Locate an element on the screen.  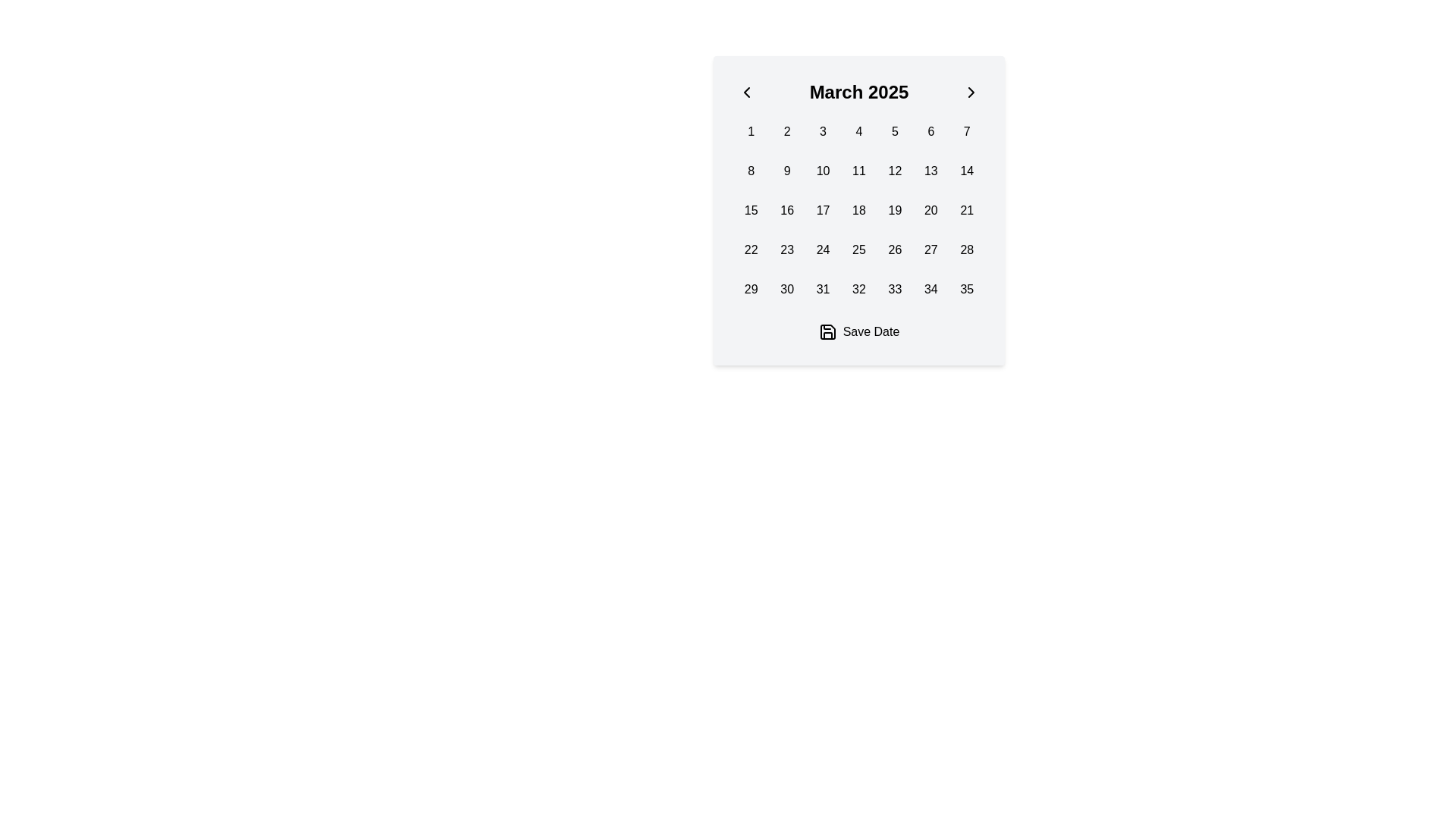
the interactive calendar day button for the date '15' located in the first column of the third row in the date-picker interface for March 2025 is located at coordinates (751, 210).